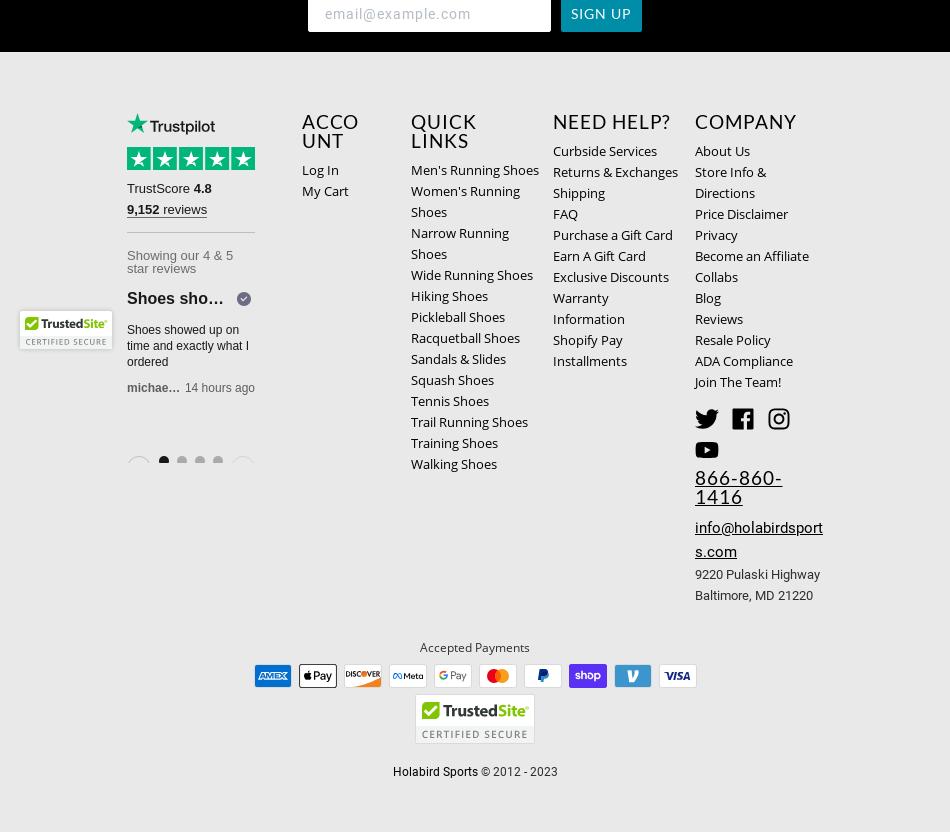 Image resolution: width=950 pixels, height=832 pixels. Describe the element at coordinates (552, 350) in the screenshot. I see `'Shopify Pay Installments'` at that location.